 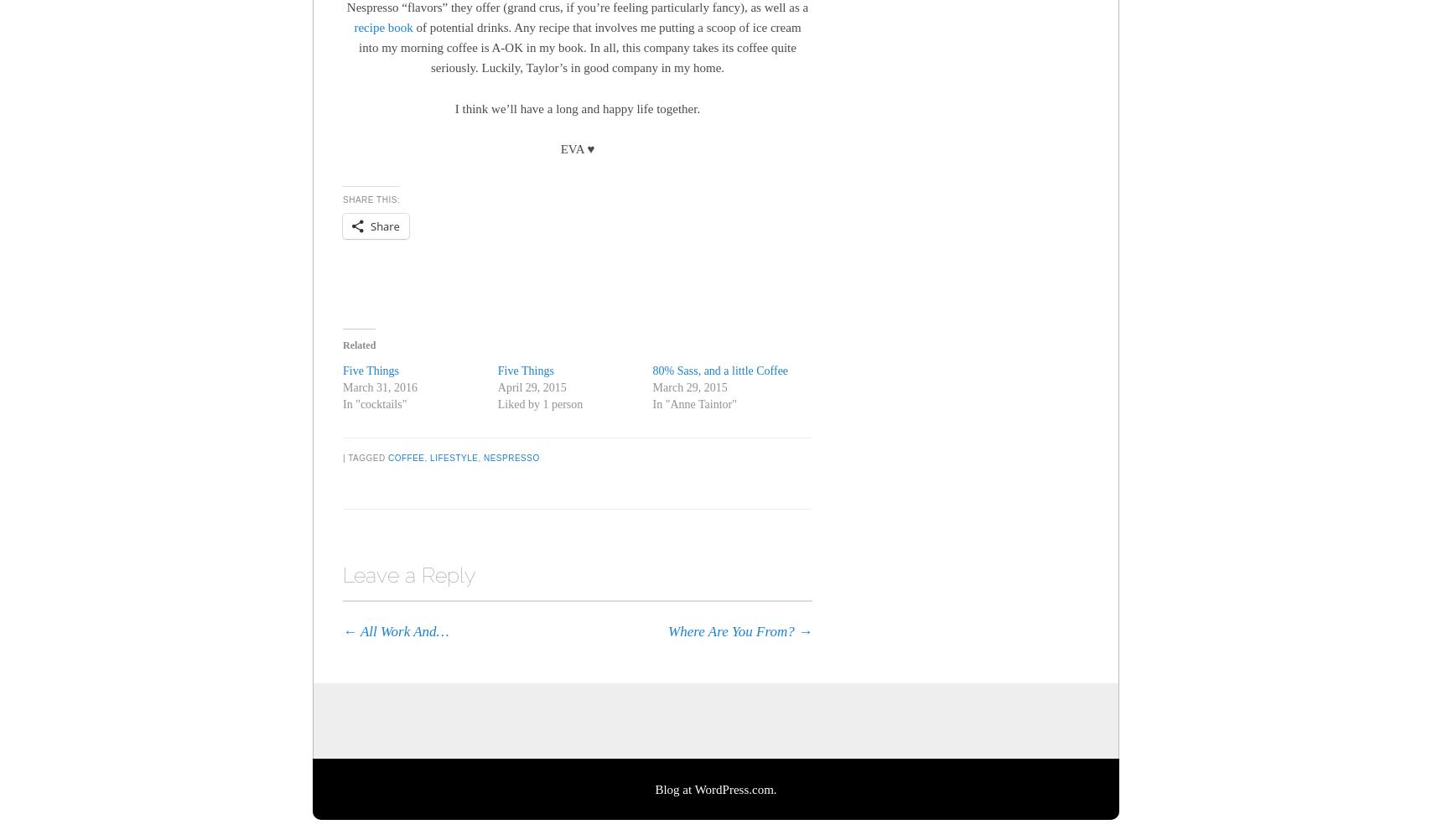 What do you see at coordinates (579, 47) in the screenshot?
I see `'of potential drinks. Any recipe that involves me putting a scoop of ice cream into my morning coffee is A-OK in my book. In all, this company takes its coffee quite seriously. Luckily, Taylor’s in good company in my home.'` at bounding box center [579, 47].